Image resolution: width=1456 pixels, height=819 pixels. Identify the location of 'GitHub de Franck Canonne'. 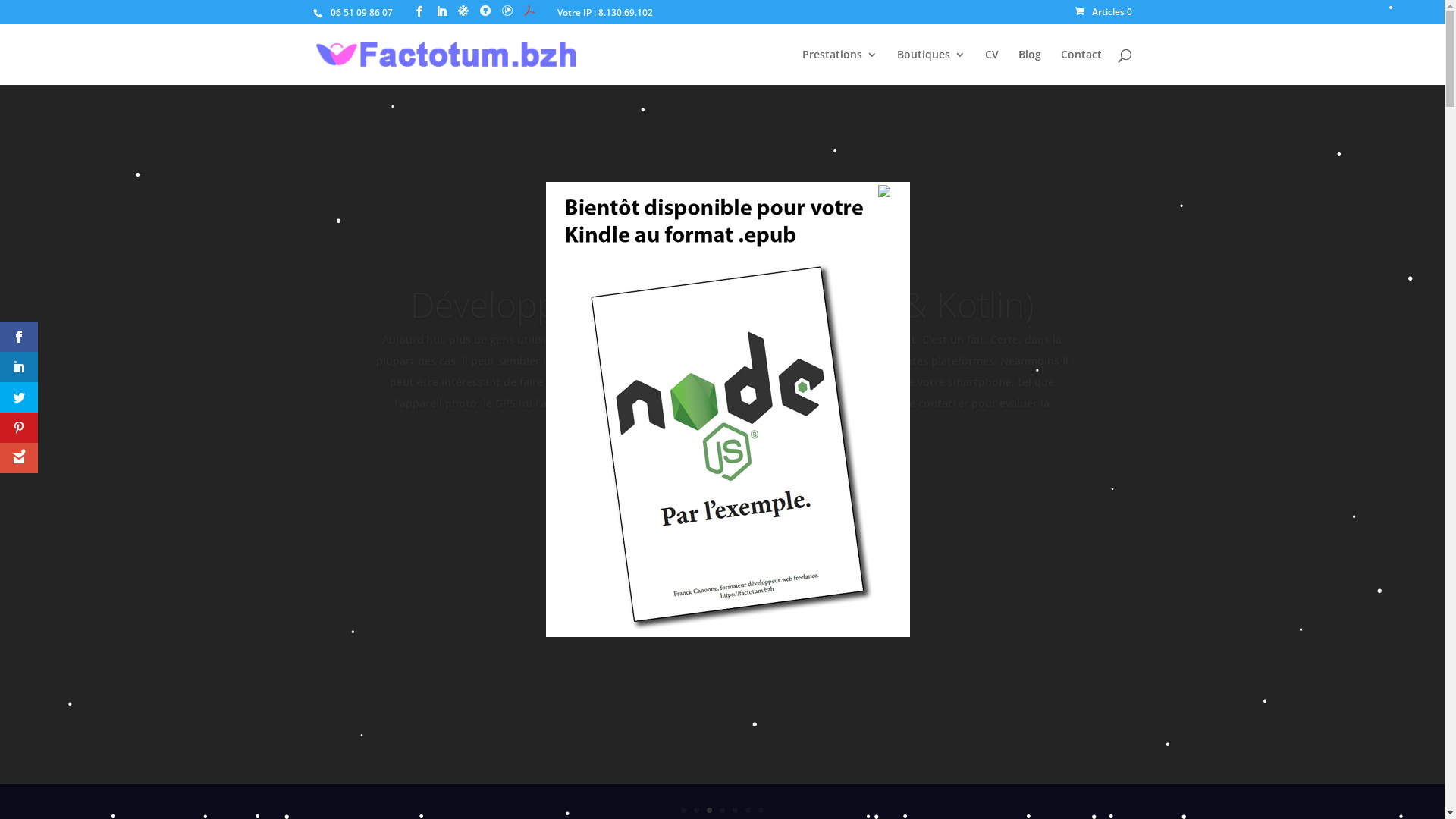
(483, 11).